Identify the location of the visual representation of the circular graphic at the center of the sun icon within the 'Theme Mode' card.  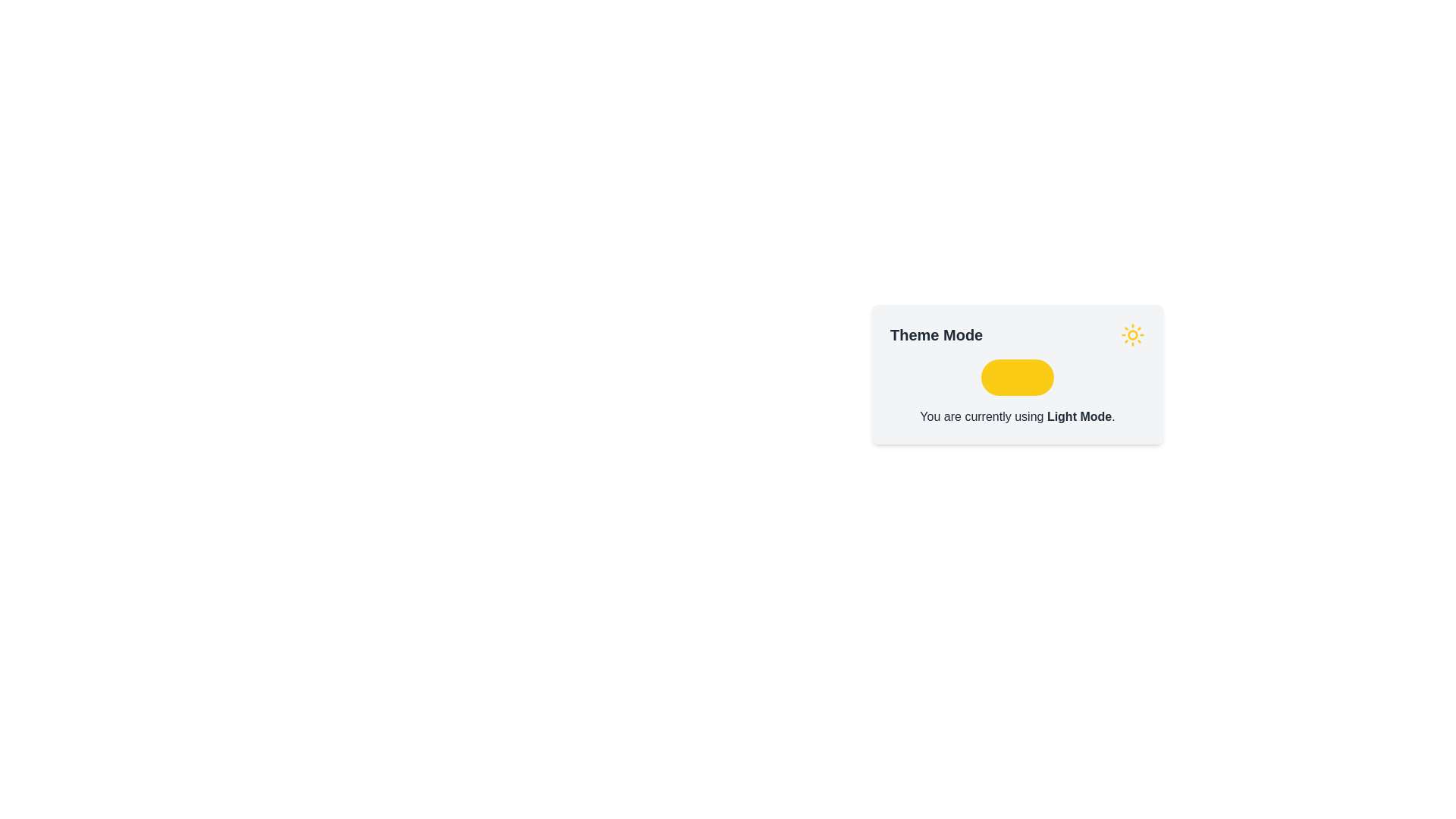
(1132, 334).